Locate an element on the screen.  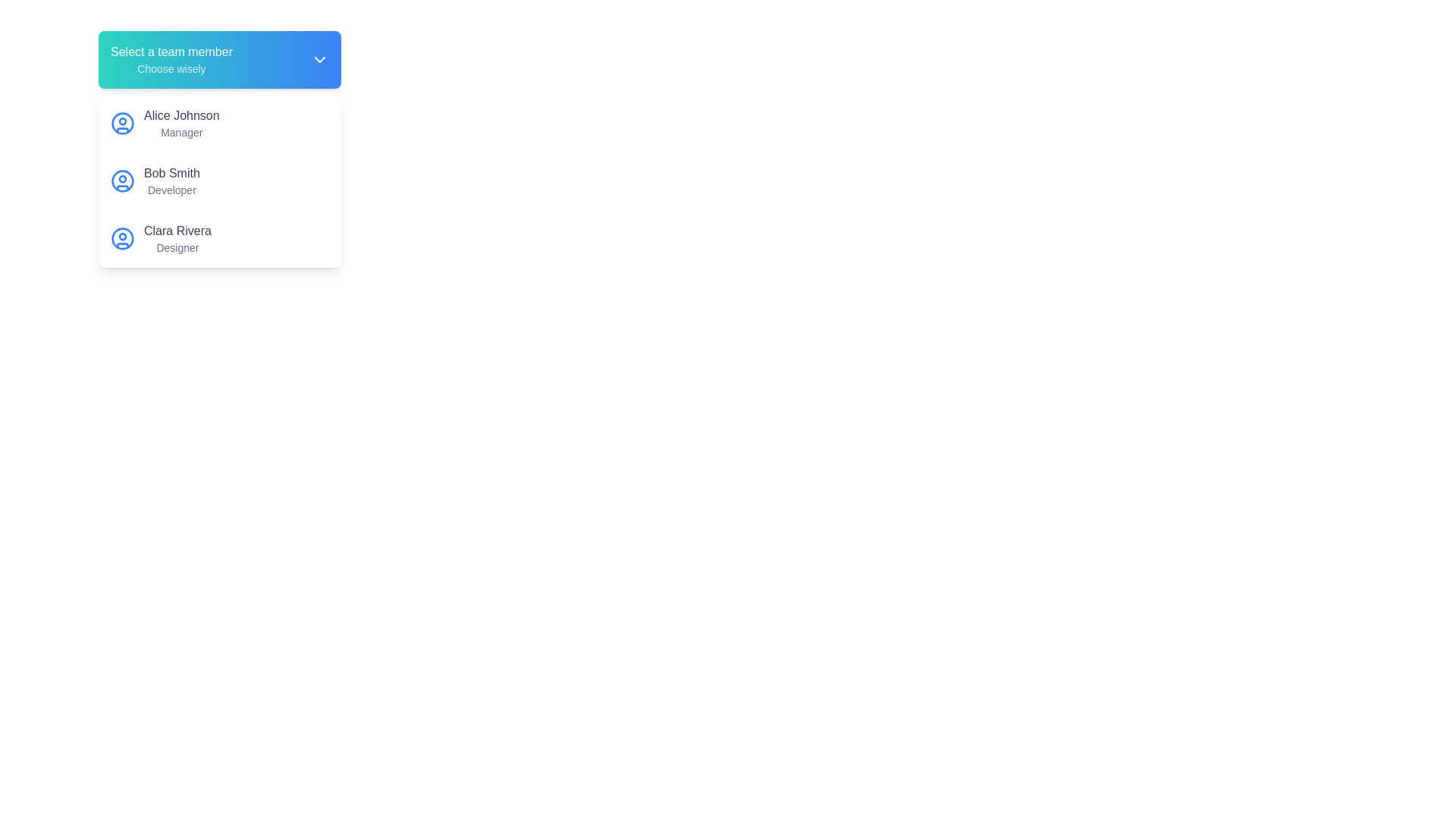
displayed text 'Clara Rivera' from the text label in the dropdown list under 'Select a team member.' is located at coordinates (177, 231).